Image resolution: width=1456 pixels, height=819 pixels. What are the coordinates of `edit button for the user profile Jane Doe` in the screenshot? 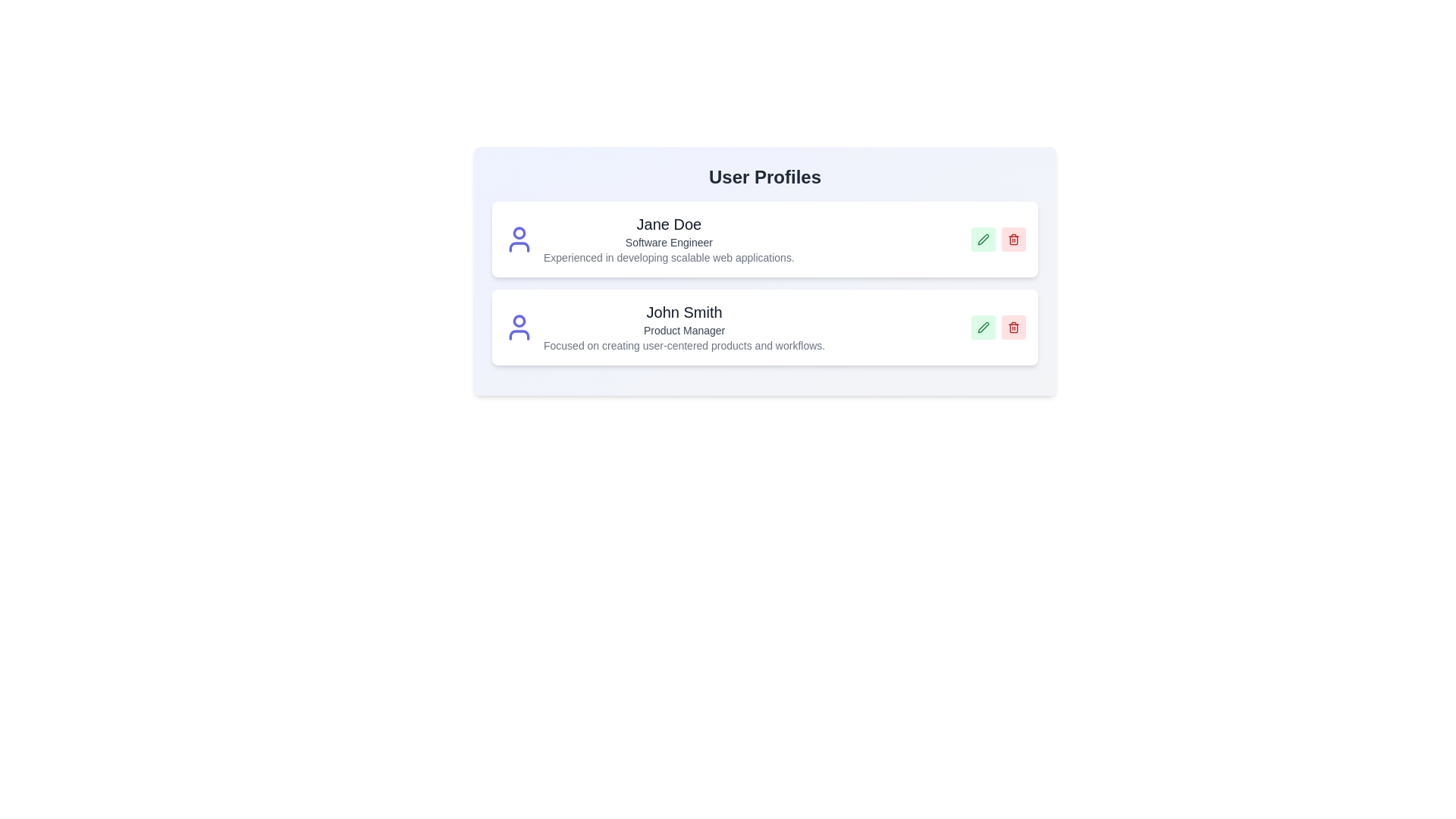 It's located at (983, 239).